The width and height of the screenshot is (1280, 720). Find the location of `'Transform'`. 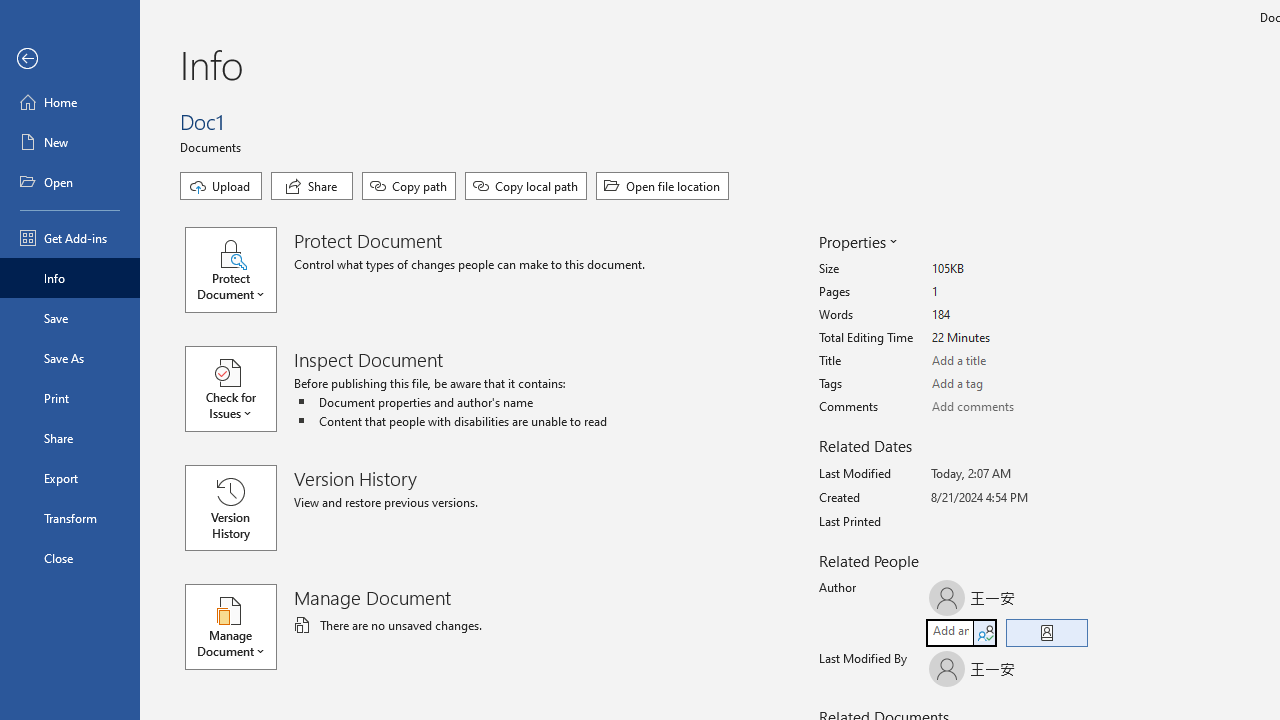

'Transform' is located at coordinates (69, 517).